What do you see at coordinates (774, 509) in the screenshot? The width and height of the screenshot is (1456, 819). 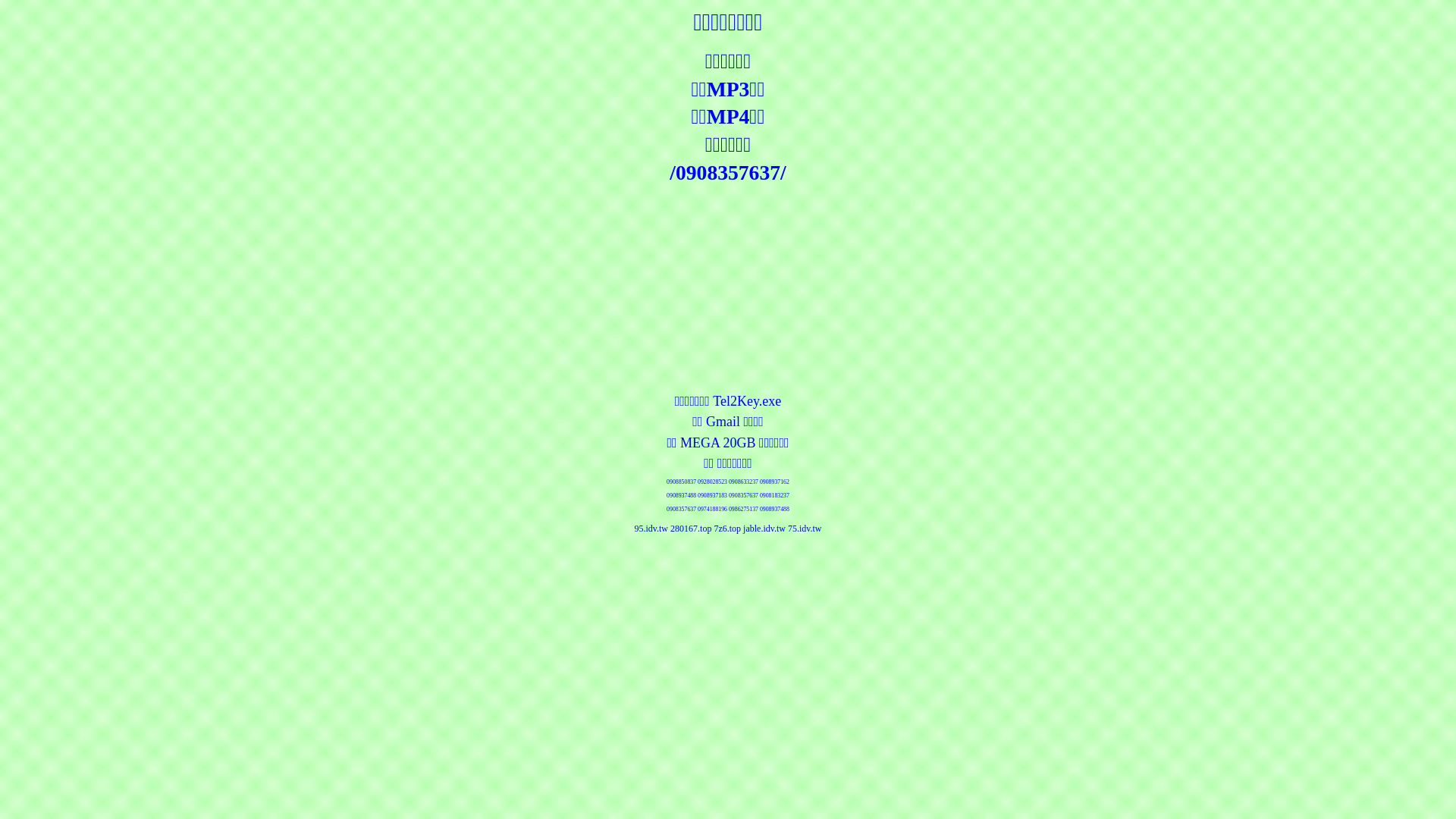 I see `'0908937488'` at bounding box center [774, 509].